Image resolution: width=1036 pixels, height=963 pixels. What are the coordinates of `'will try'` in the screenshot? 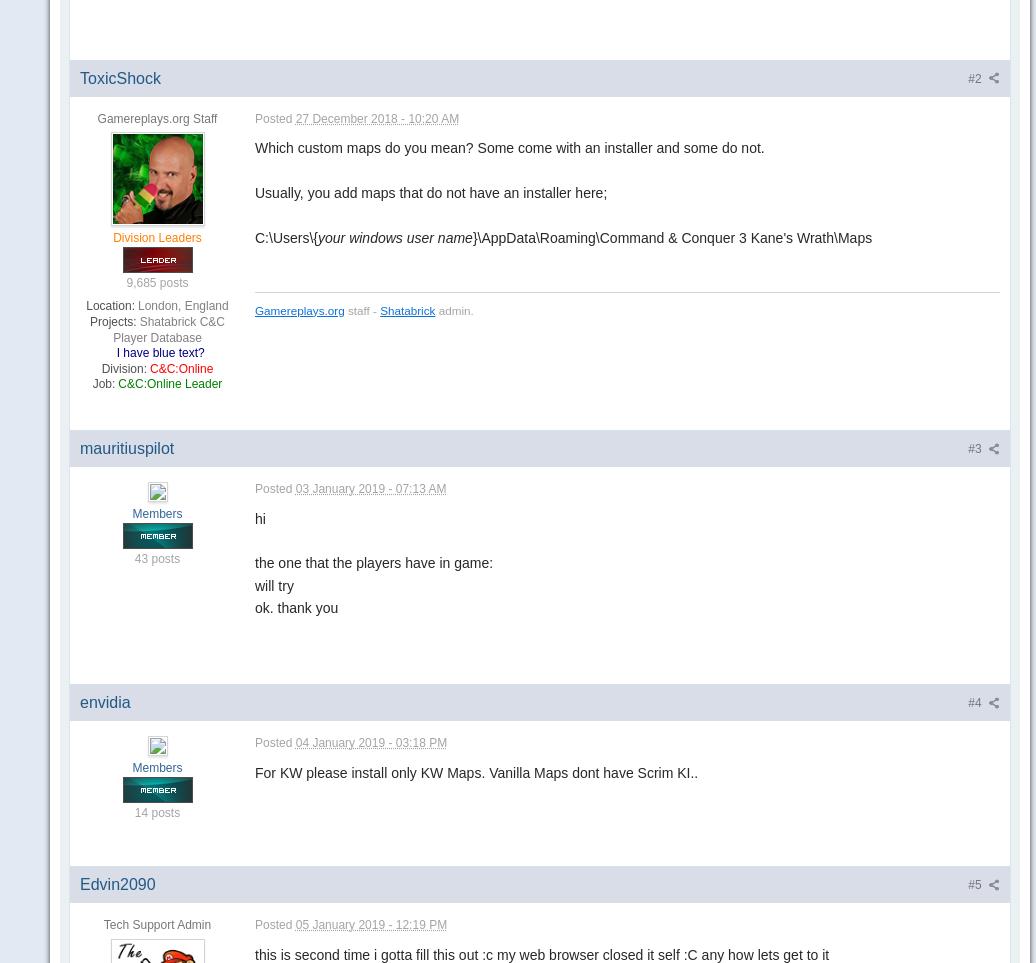 It's located at (254, 585).